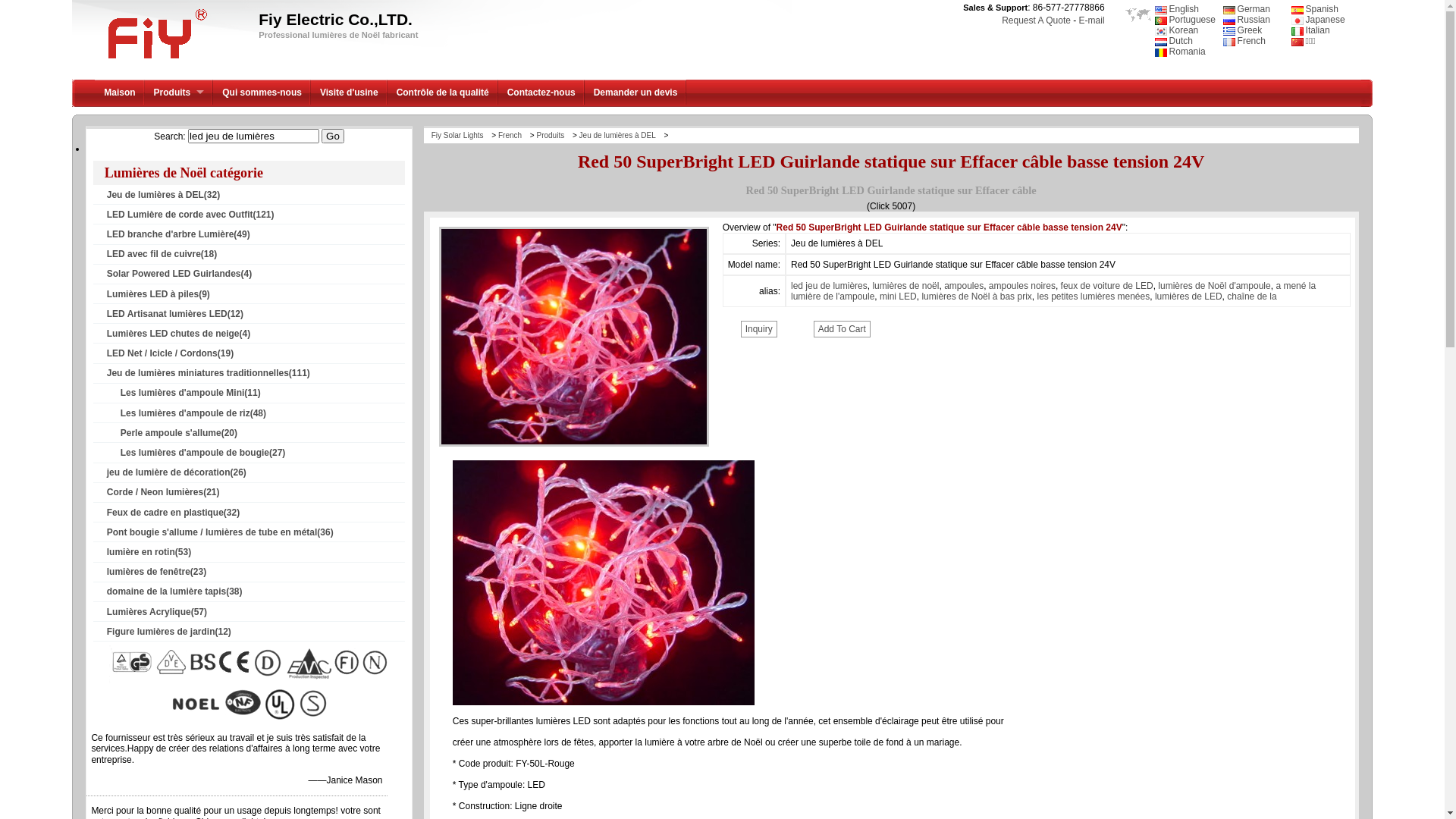  Describe the element at coordinates (1153, 8) in the screenshot. I see `'English'` at that location.